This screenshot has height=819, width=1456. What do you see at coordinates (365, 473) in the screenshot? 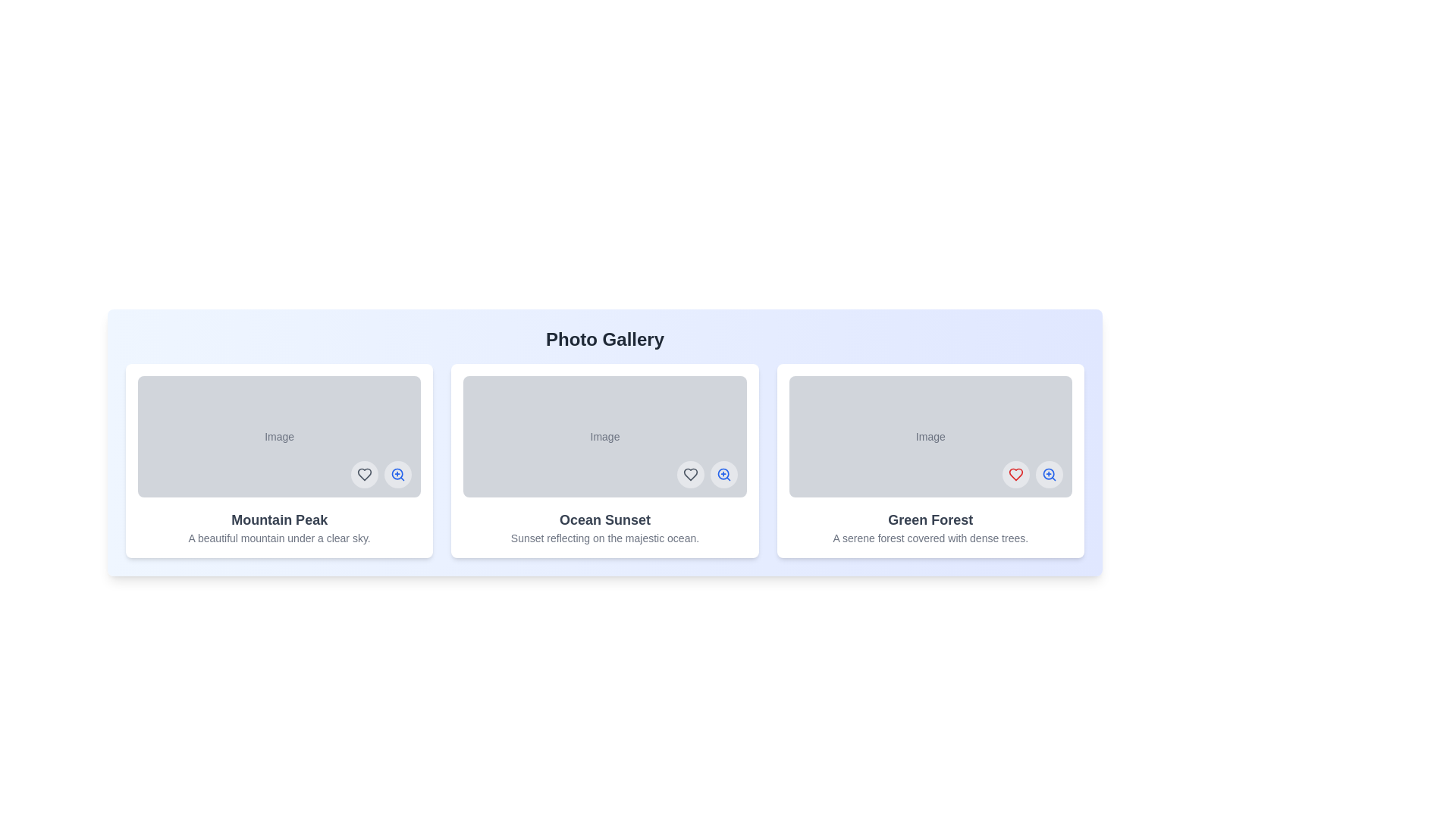
I see `'like' button for the image titled 'Mountain Peak' to toggle its liked state` at bounding box center [365, 473].